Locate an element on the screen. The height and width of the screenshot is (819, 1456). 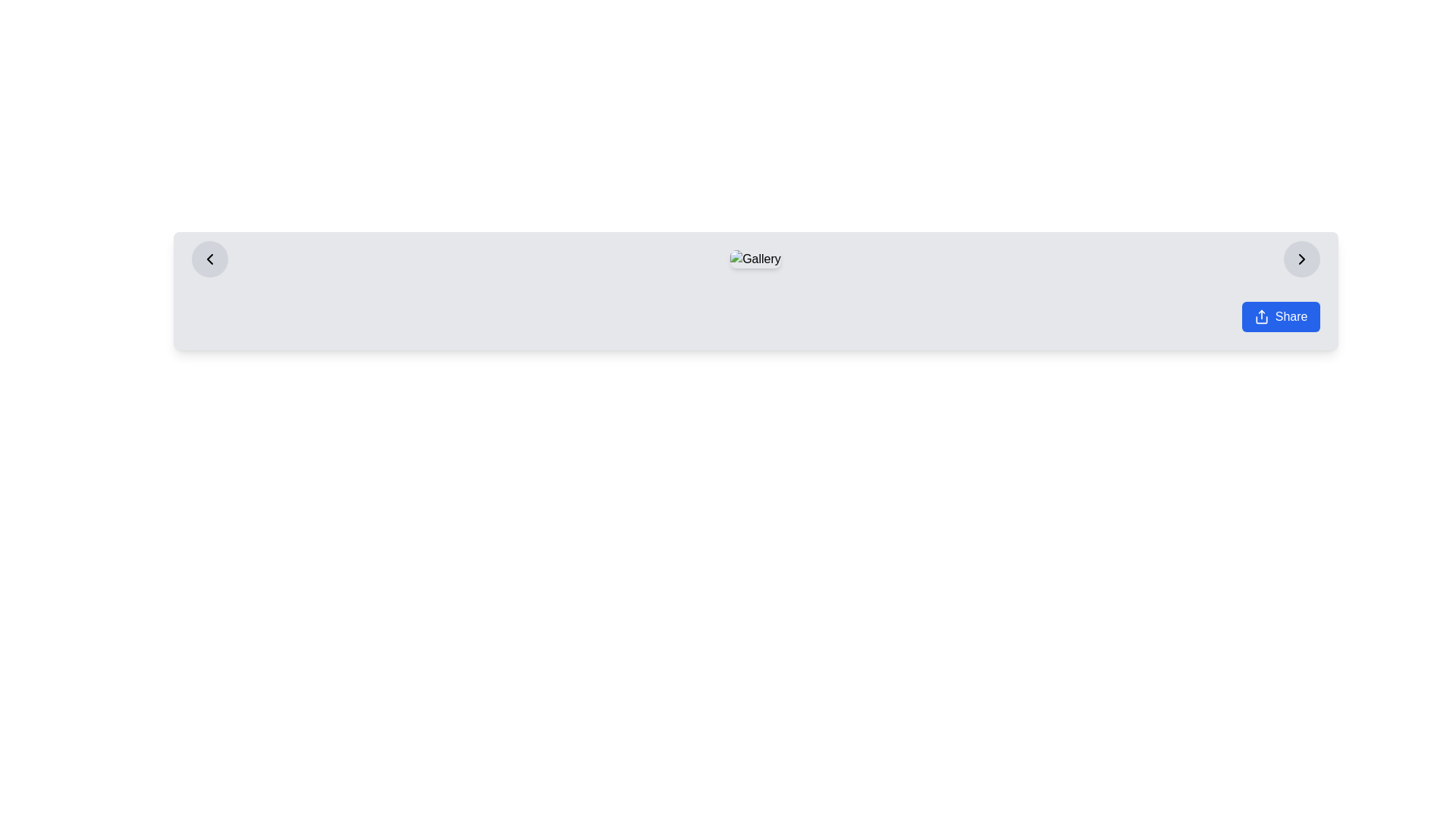
the Carousel navigation element located in the middle of the card layout is located at coordinates (755, 284).